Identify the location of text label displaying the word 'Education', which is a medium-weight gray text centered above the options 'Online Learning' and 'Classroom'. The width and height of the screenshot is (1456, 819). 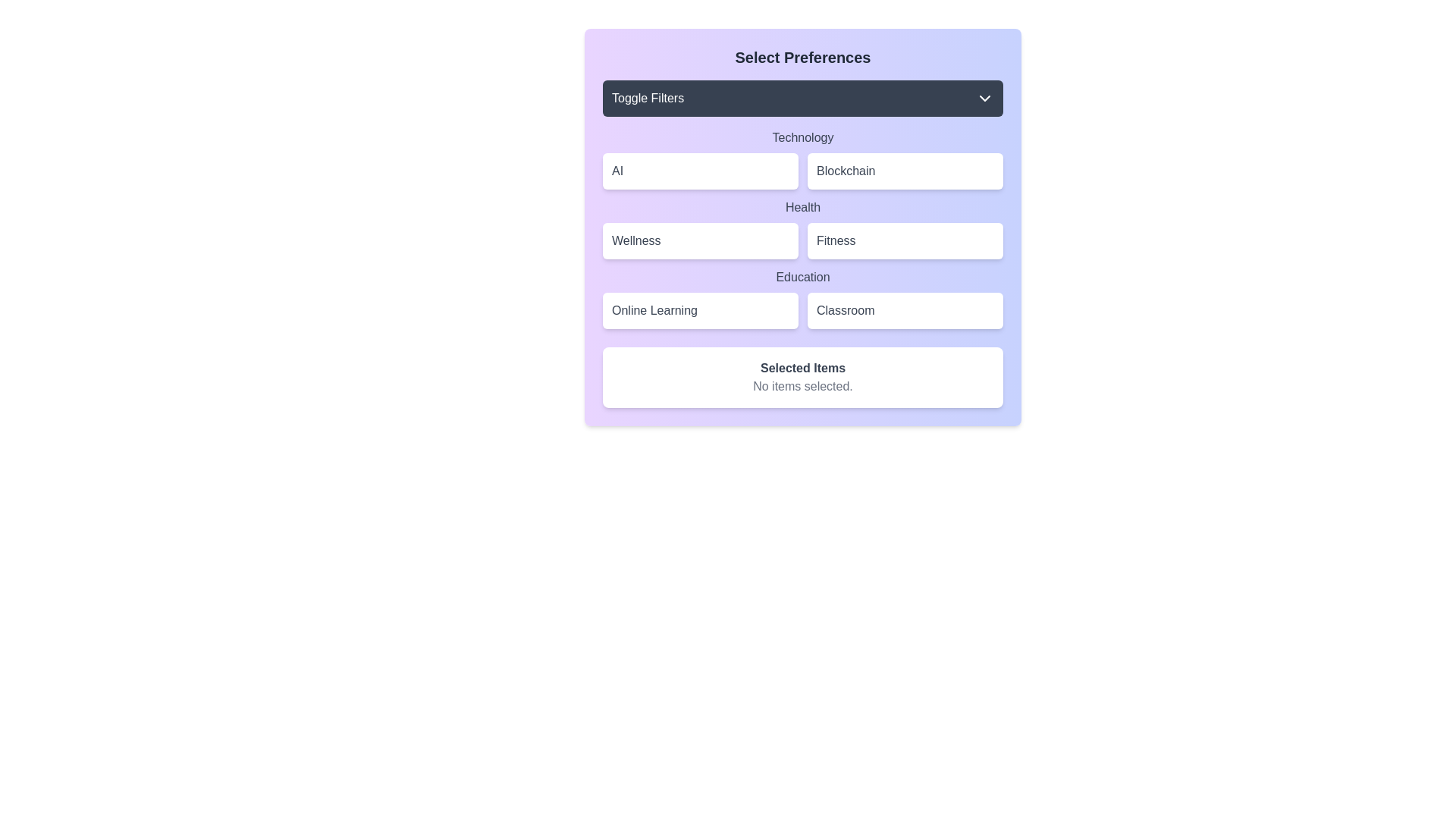
(802, 278).